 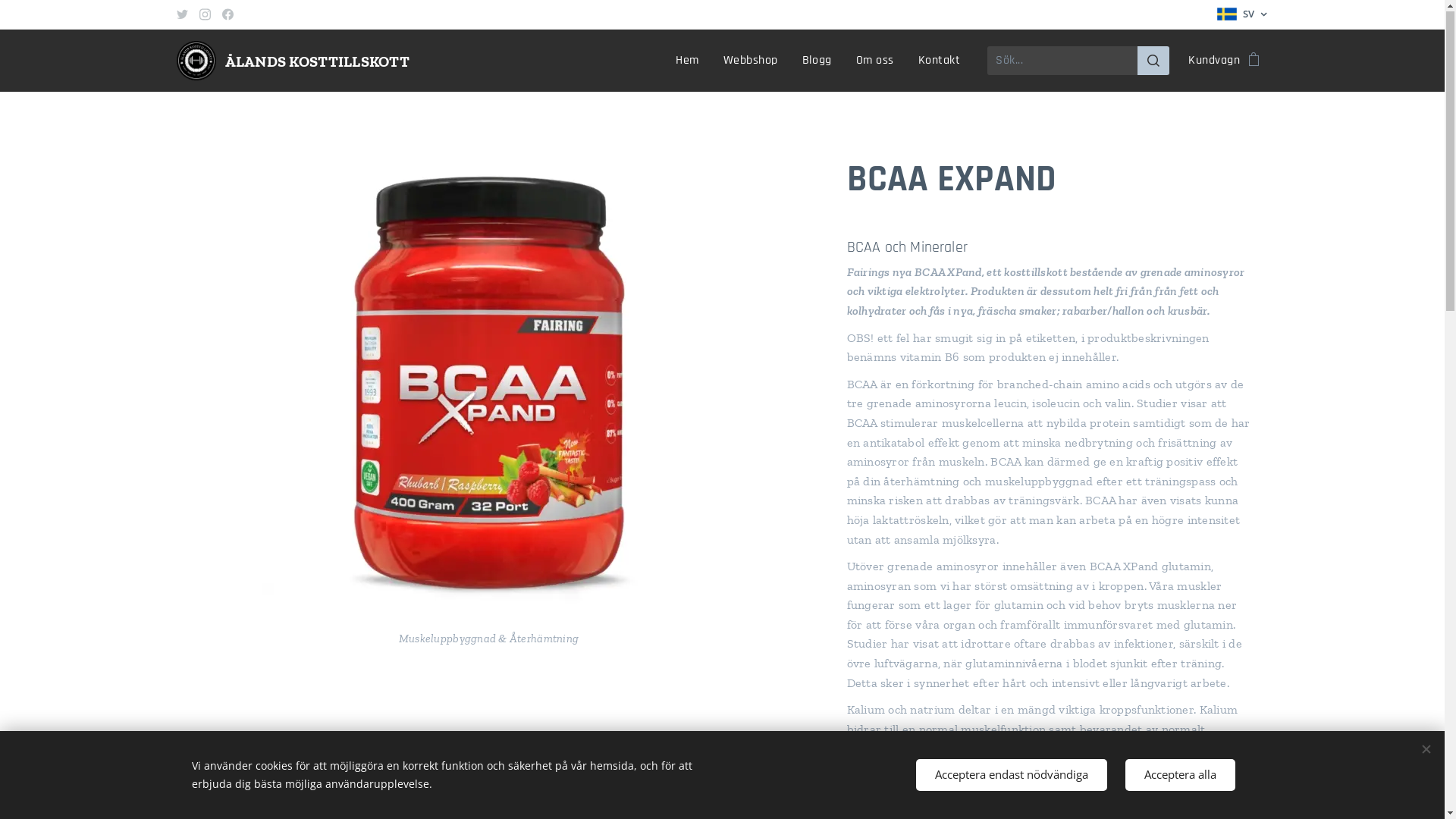 I want to click on 'Webbshop', so click(x=750, y=61).